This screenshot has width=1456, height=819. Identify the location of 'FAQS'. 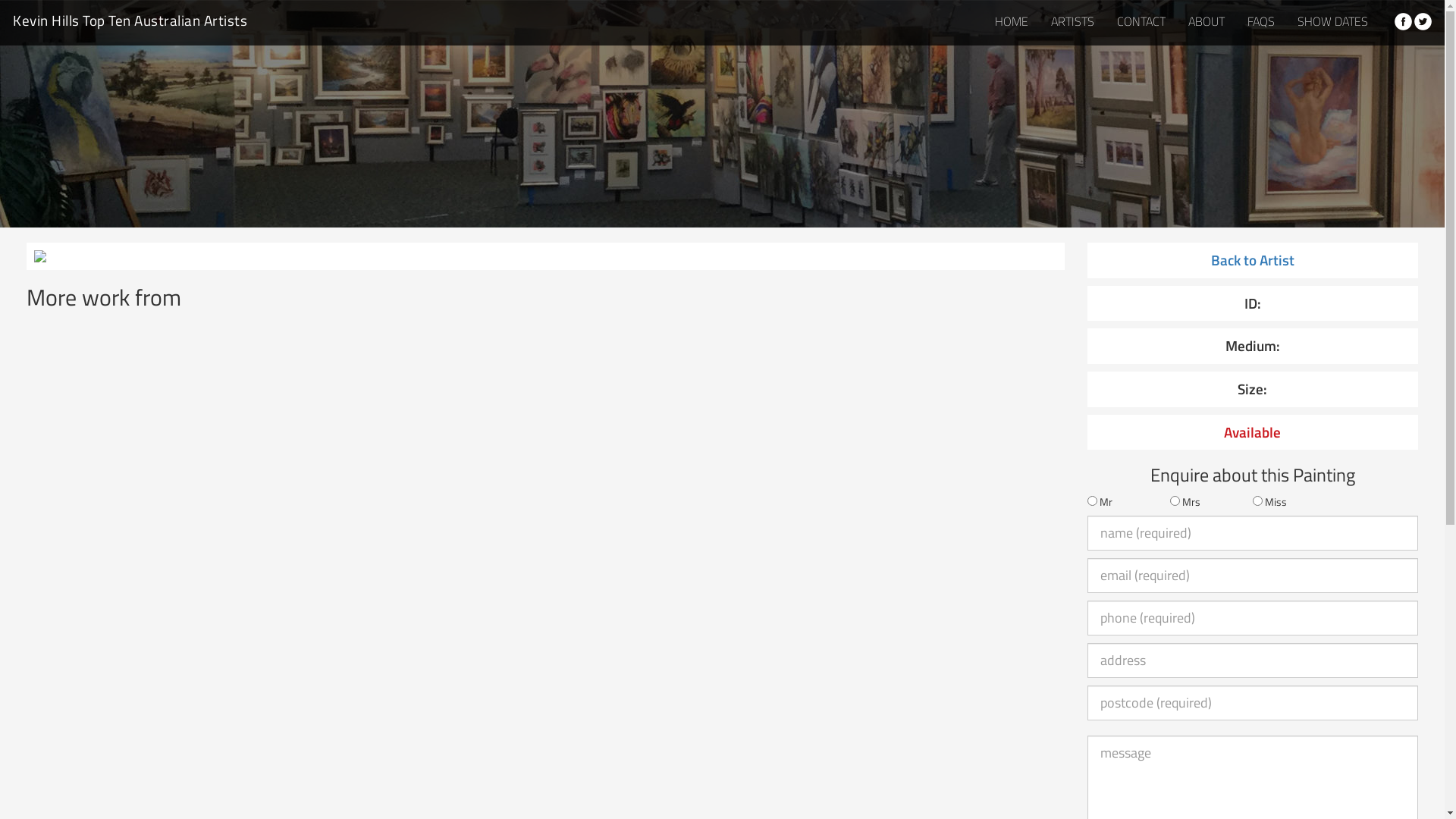
(1260, 20).